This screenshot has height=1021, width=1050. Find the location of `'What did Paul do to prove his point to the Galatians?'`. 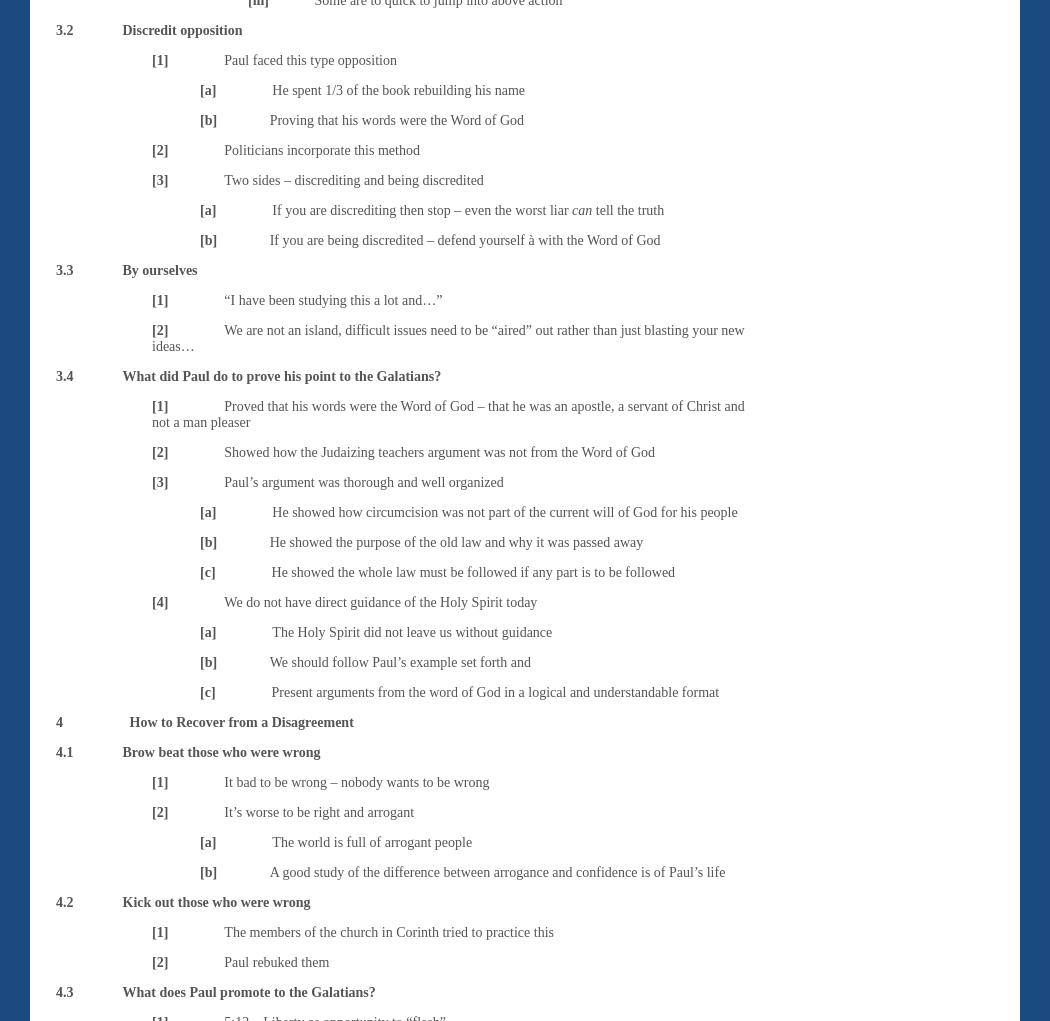

'What did Paul do to prove his point to the Galatians?' is located at coordinates (280, 375).